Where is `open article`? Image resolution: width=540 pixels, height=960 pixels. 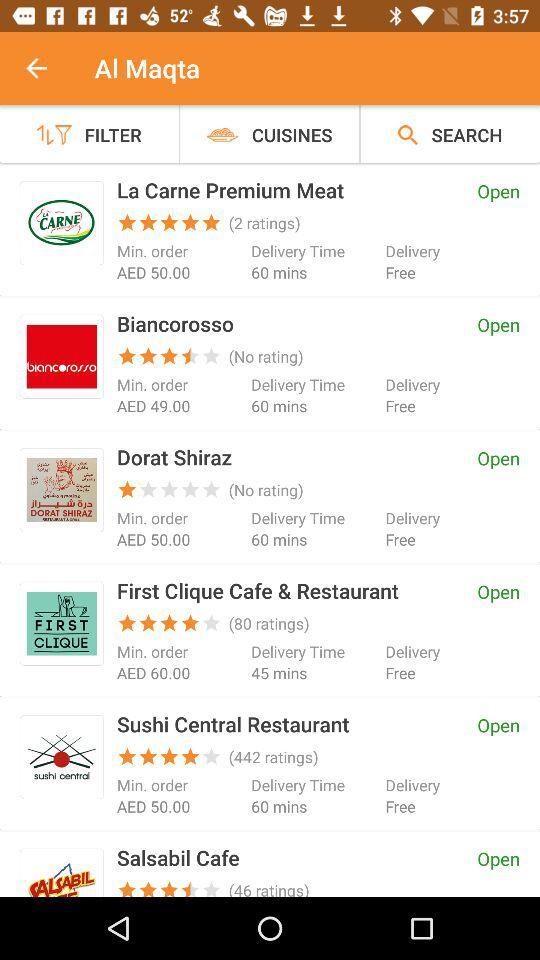 open article is located at coordinates (61, 356).